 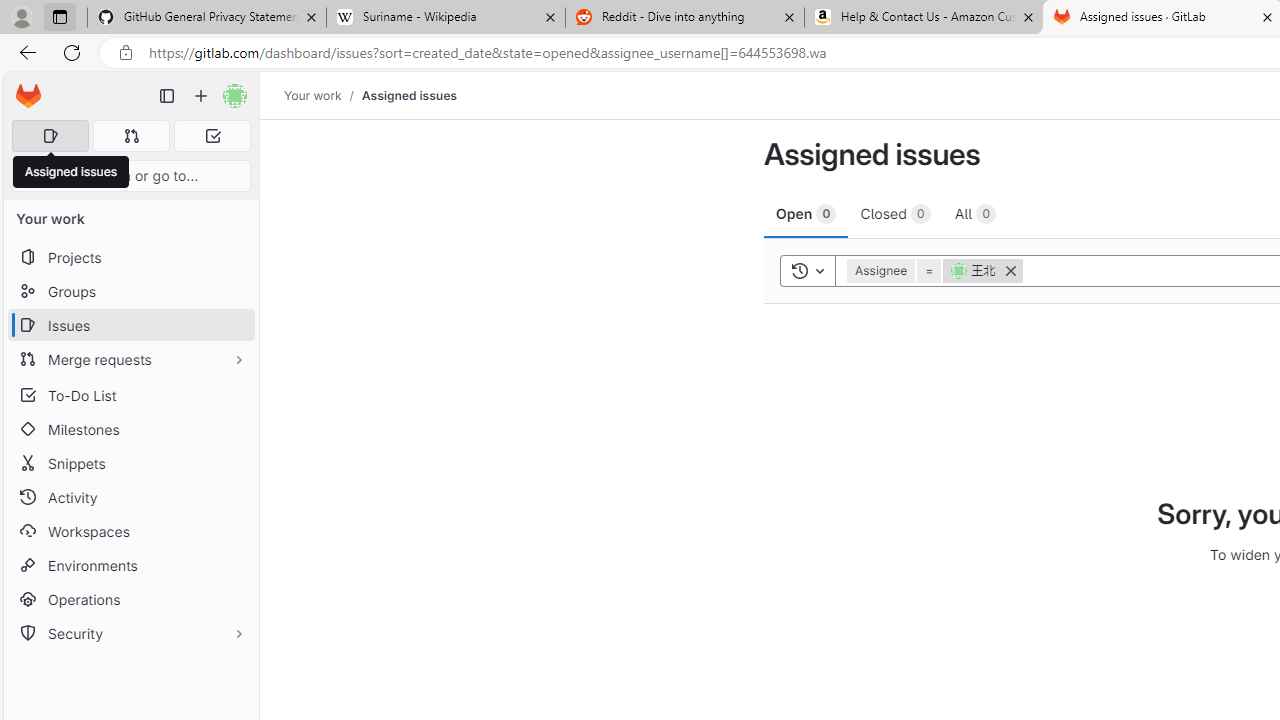 What do you see at coordinates (130, 135) in the screenshot?
I see `'Merge requests 0'` at bounding box center [130, 135].